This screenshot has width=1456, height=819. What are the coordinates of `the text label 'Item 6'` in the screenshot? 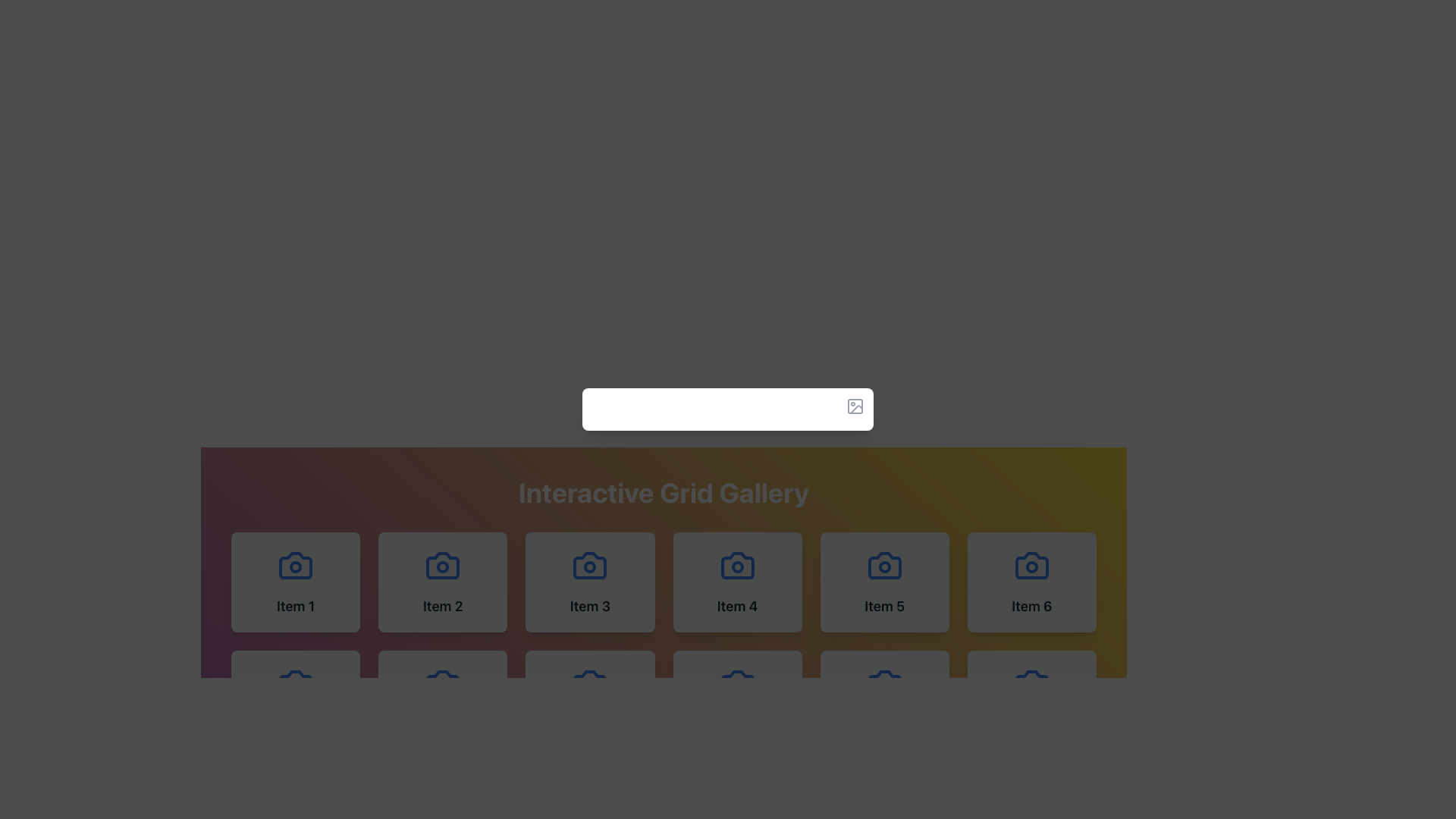 It's located at (1031, 605).